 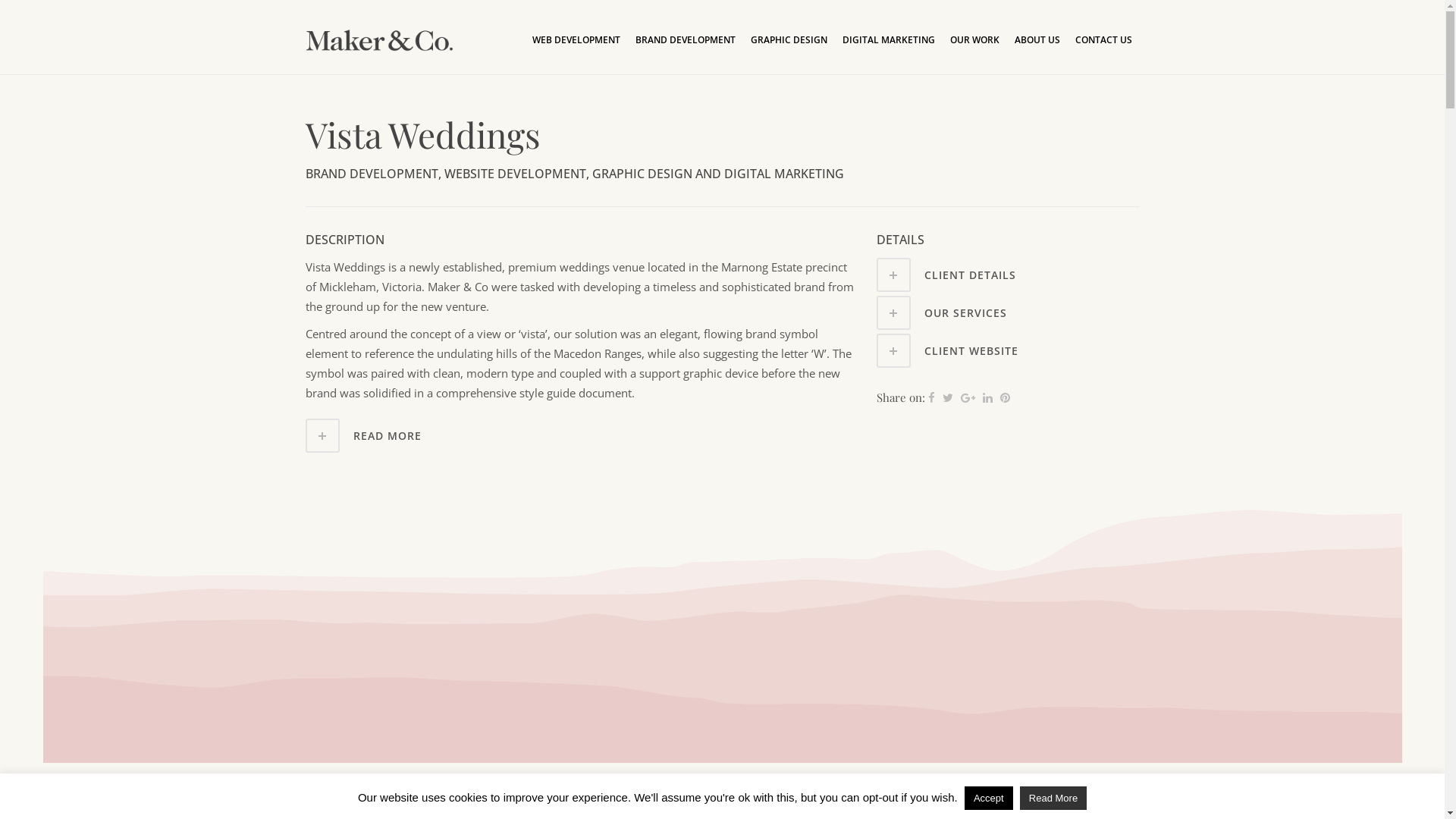 What do you see at coordinates (1103, 39) in the screenshot?
I see `'CONTACT US'` at bounding box center [1103, 39].